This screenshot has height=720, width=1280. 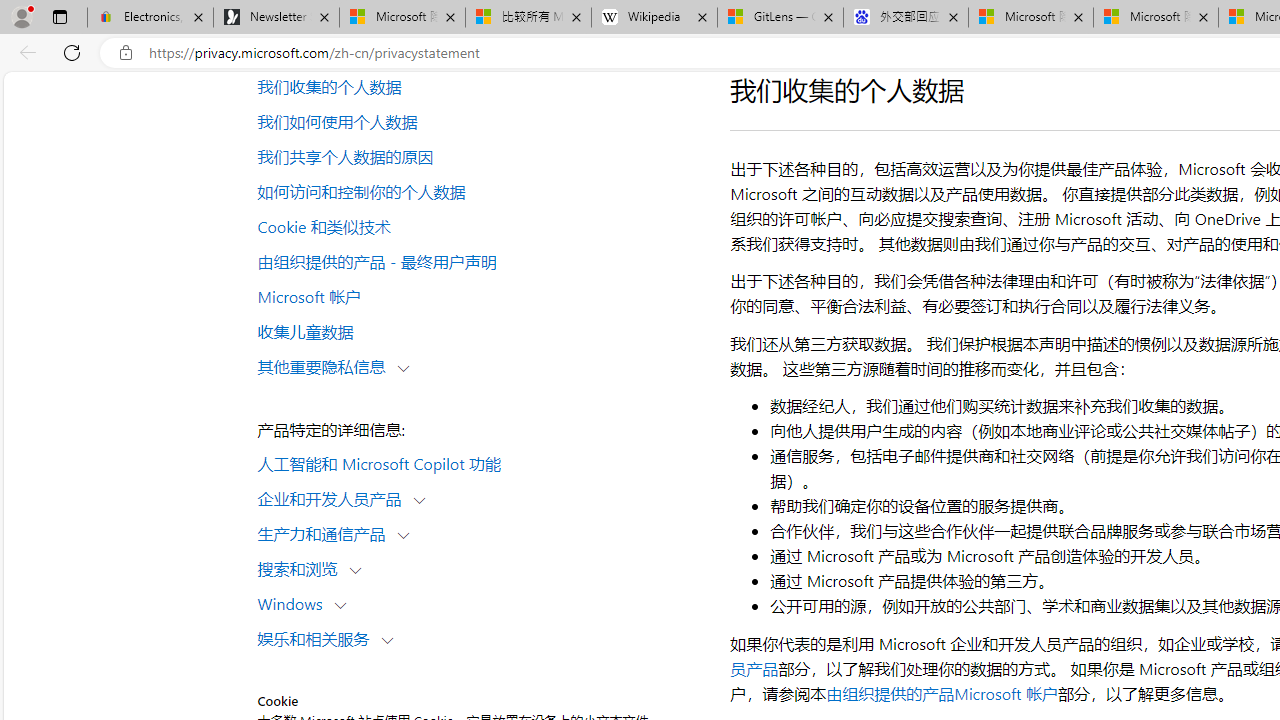 I want to click on 'Wikipedia', so click(x=654, y=17).